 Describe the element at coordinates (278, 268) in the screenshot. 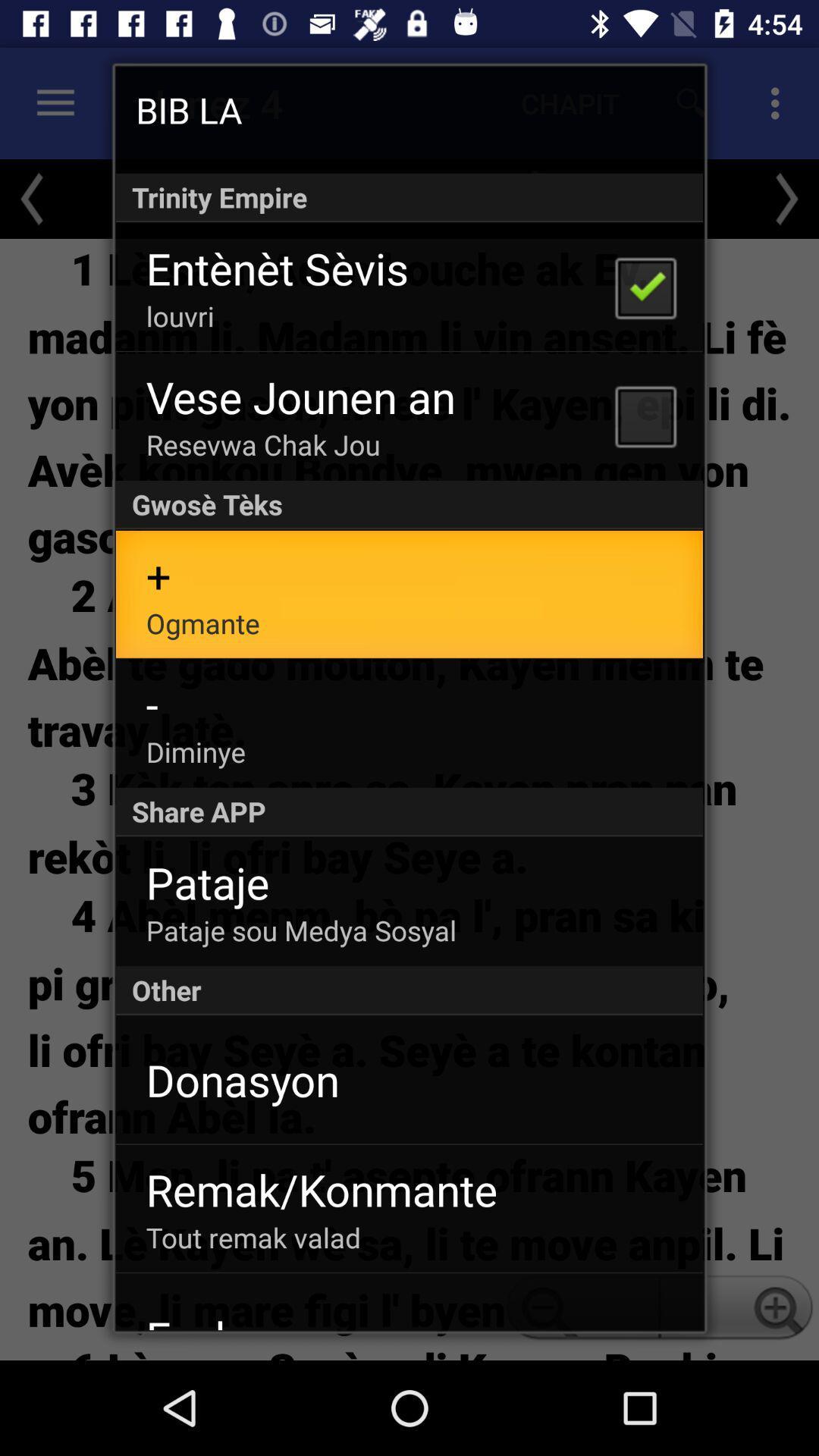

I see `the app above the louvri app` at that location.